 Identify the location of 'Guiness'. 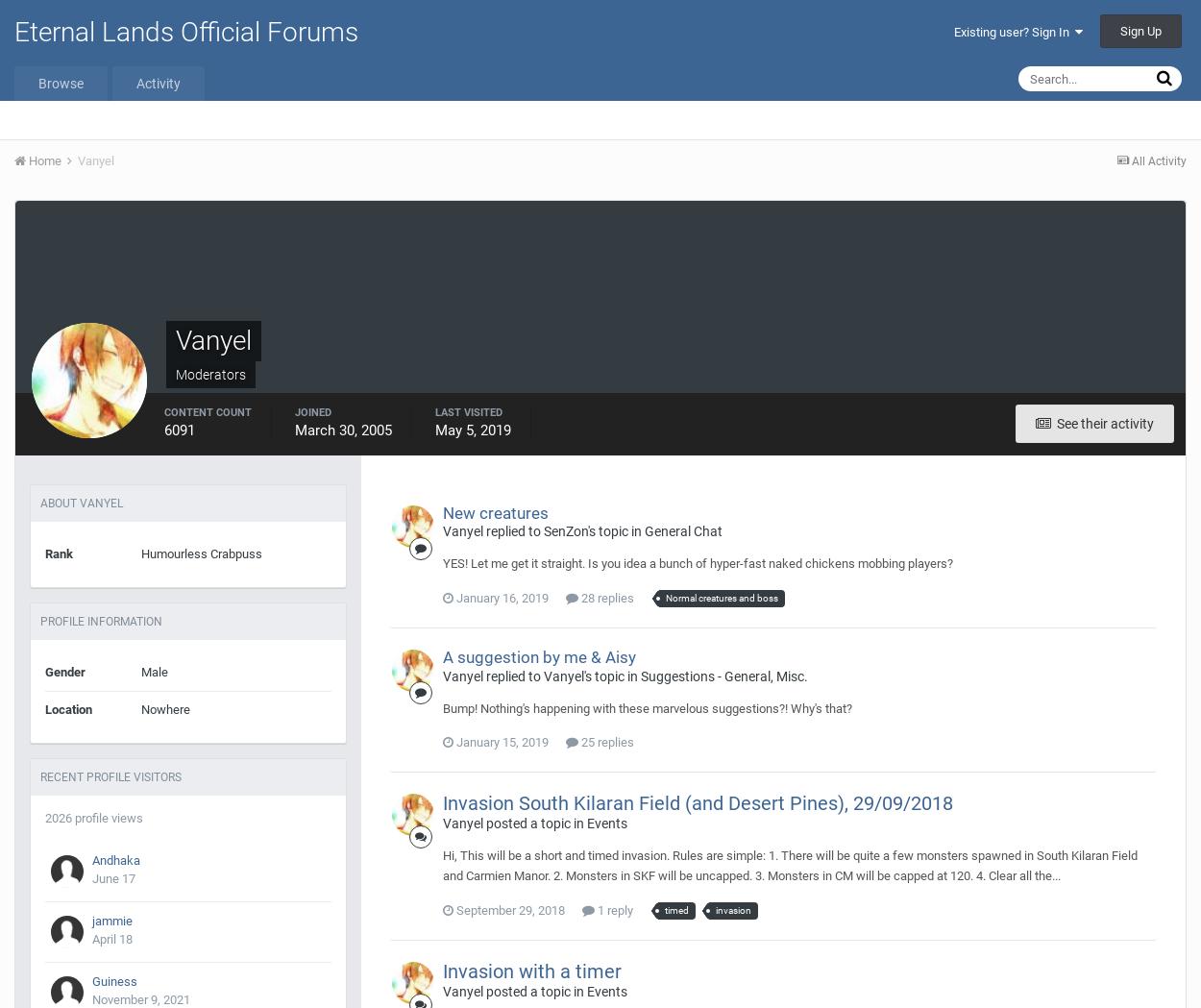
(113, 981).